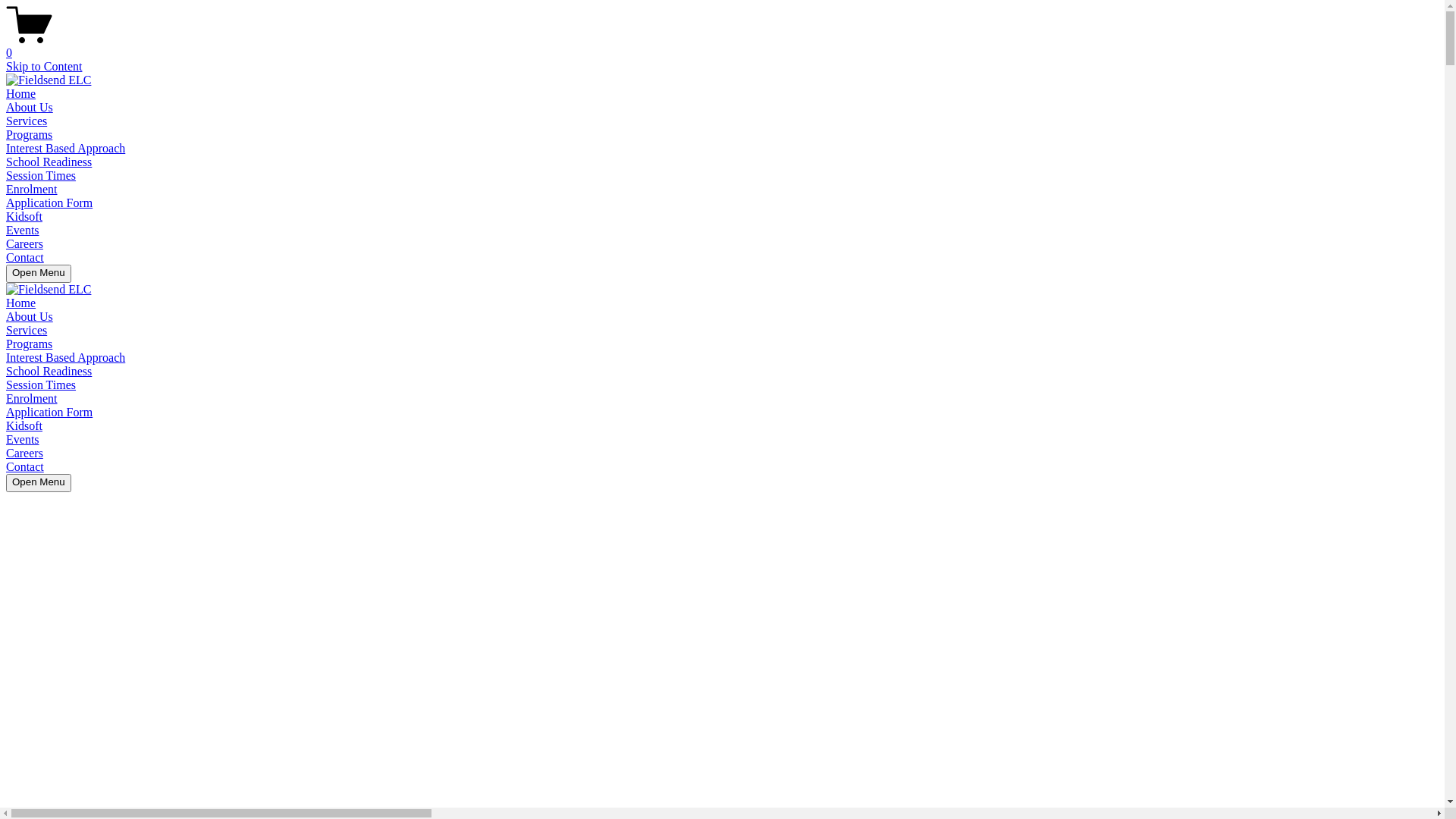  What do you see at coordinates (22, 230) in the screenshot?
I see `'Events'` at bounding box center [22, 230].